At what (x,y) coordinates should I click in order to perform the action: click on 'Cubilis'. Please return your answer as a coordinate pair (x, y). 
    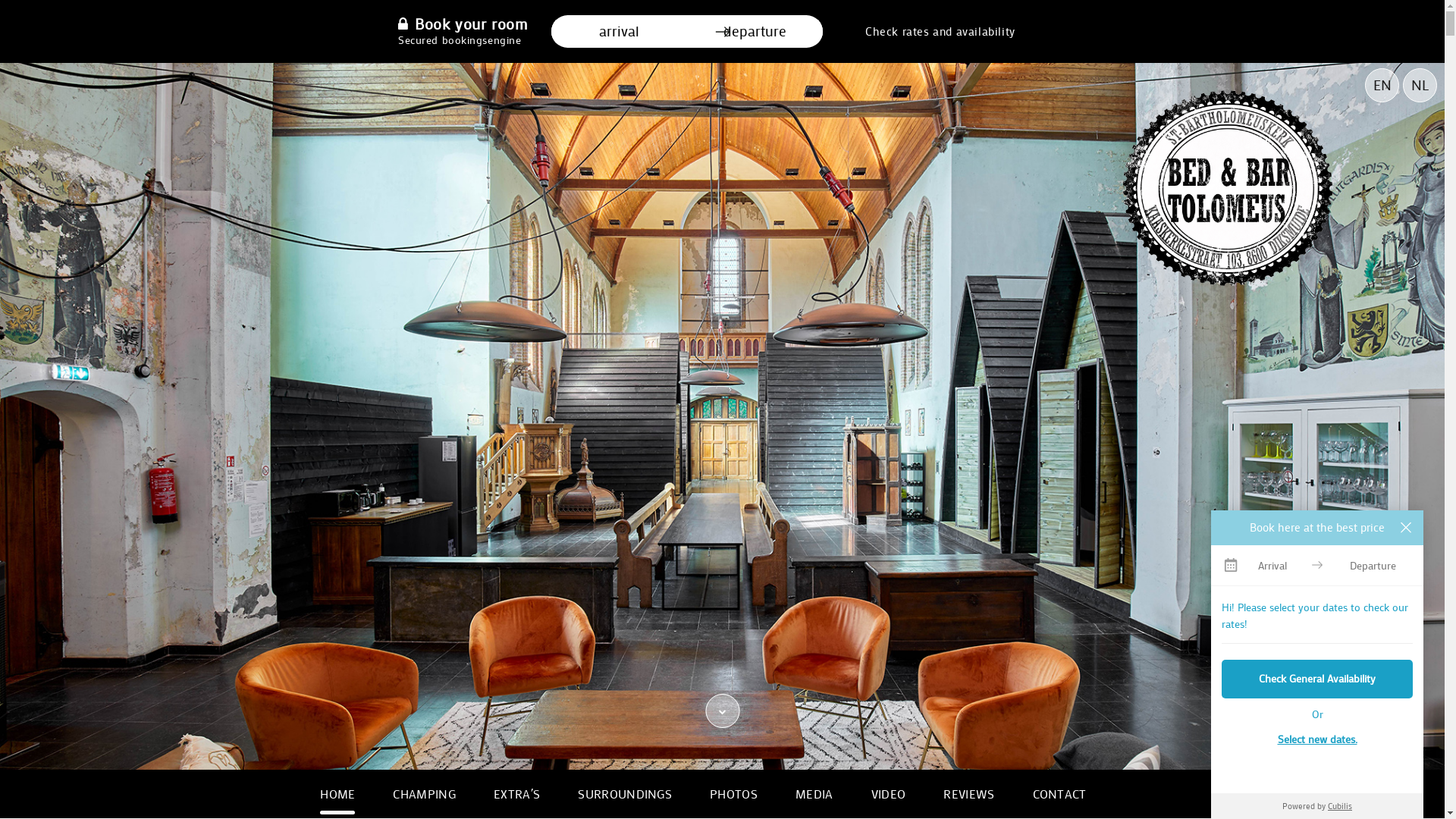
    Looking at the image, I should click on (1339, 805).